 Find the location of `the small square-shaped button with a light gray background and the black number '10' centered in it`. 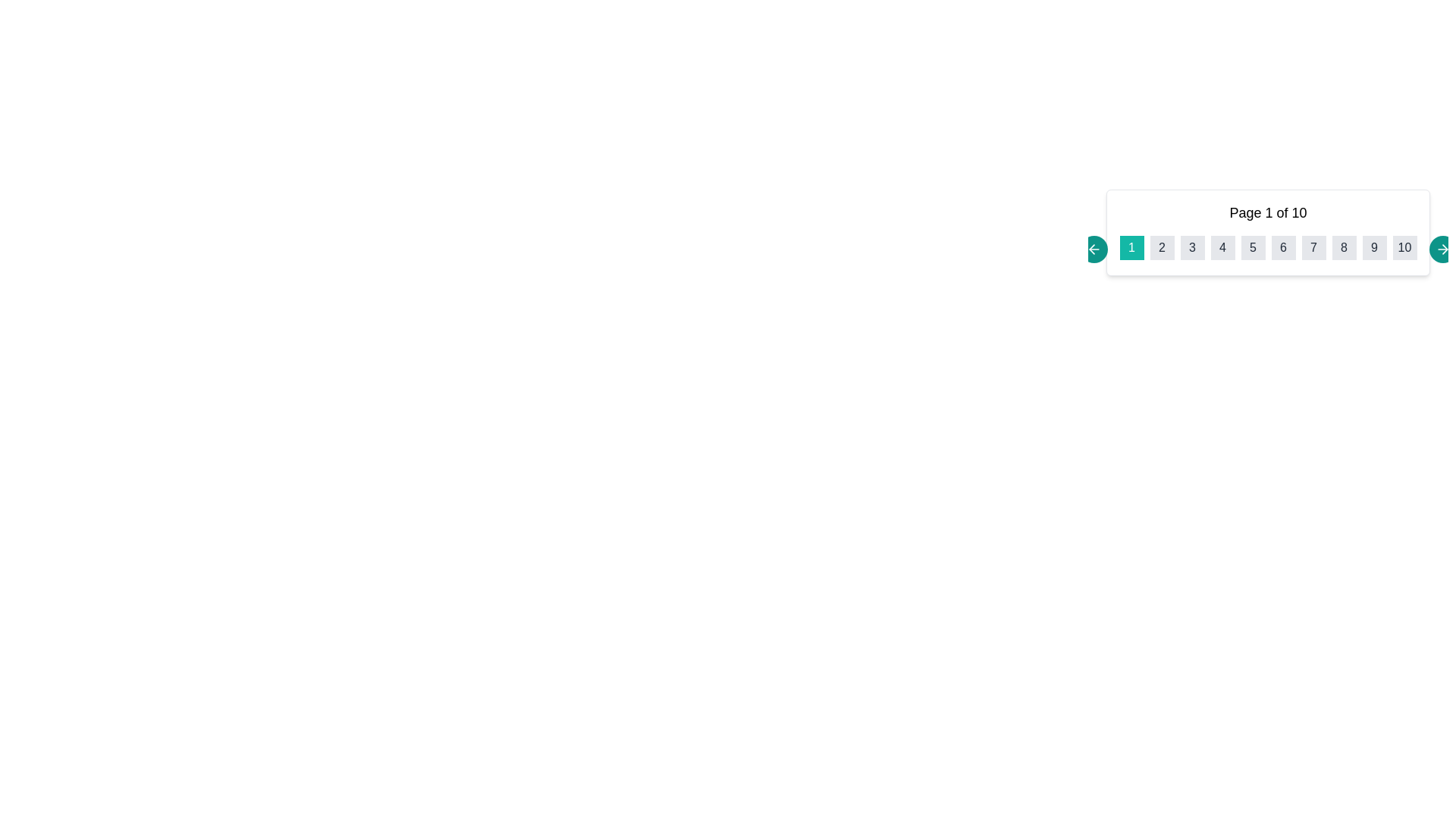

the small square-shaped button with a light gray background and the black number '10' centered in it is located at coordinates (1404, 247).